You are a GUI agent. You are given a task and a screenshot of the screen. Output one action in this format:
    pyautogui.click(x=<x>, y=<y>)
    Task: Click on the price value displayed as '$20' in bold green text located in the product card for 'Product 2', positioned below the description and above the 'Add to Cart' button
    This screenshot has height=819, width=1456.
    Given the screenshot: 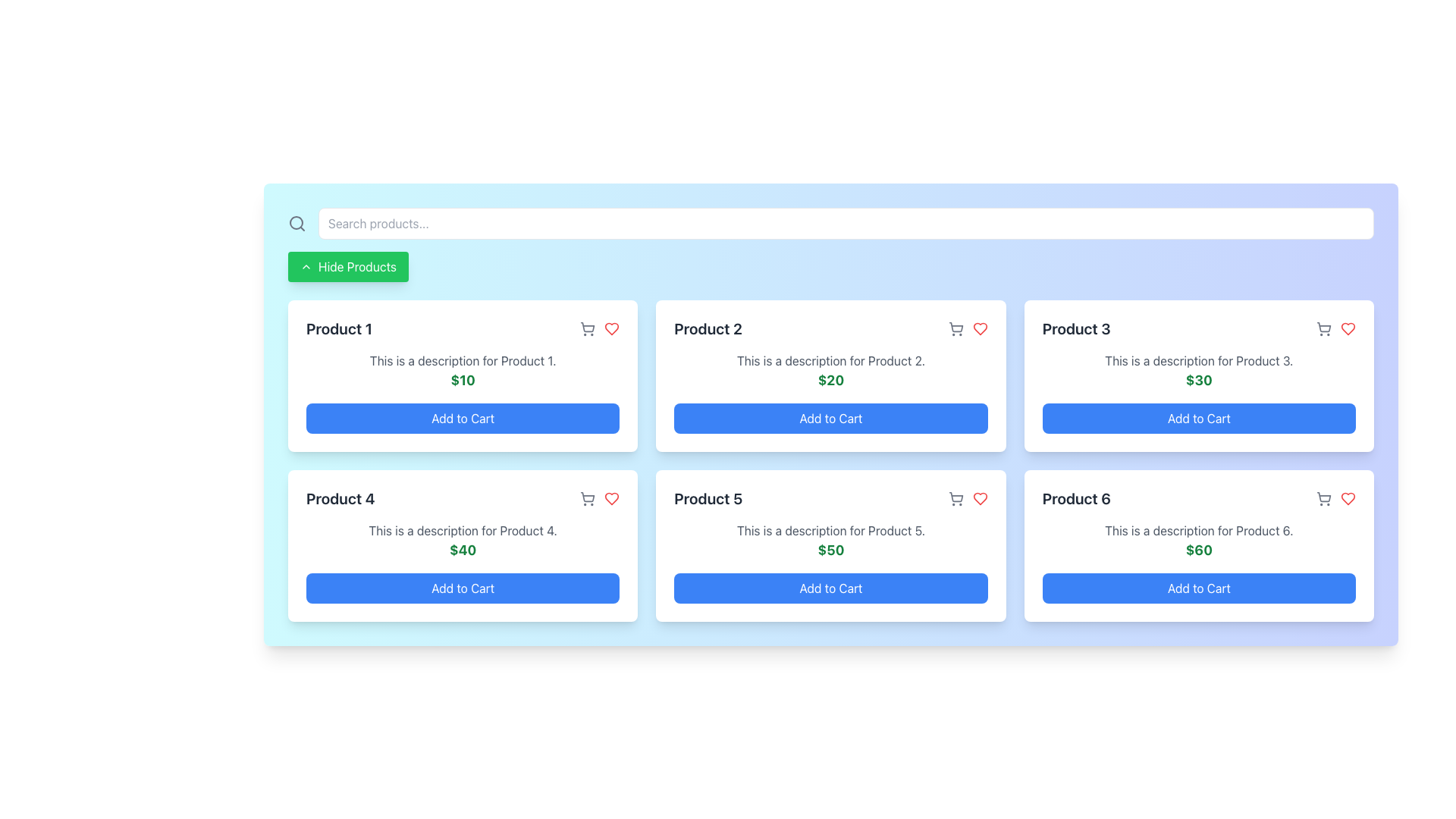 What is the action you would take?
    pyautogui.click(x=830, y=379)
    